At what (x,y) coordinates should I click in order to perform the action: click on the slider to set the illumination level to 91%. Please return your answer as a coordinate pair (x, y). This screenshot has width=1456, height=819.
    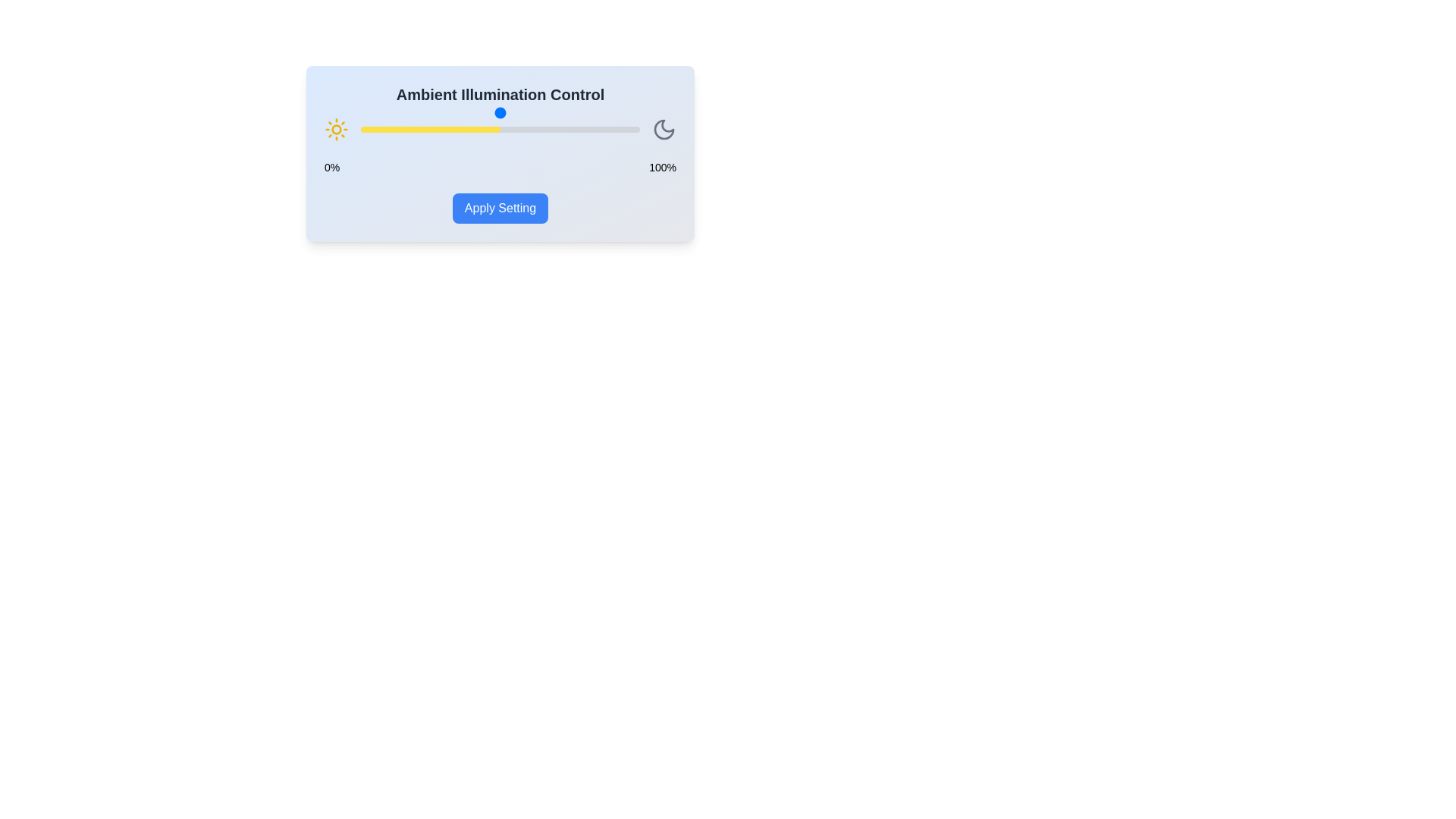
    Looking at the image, I should click on (614, 128).